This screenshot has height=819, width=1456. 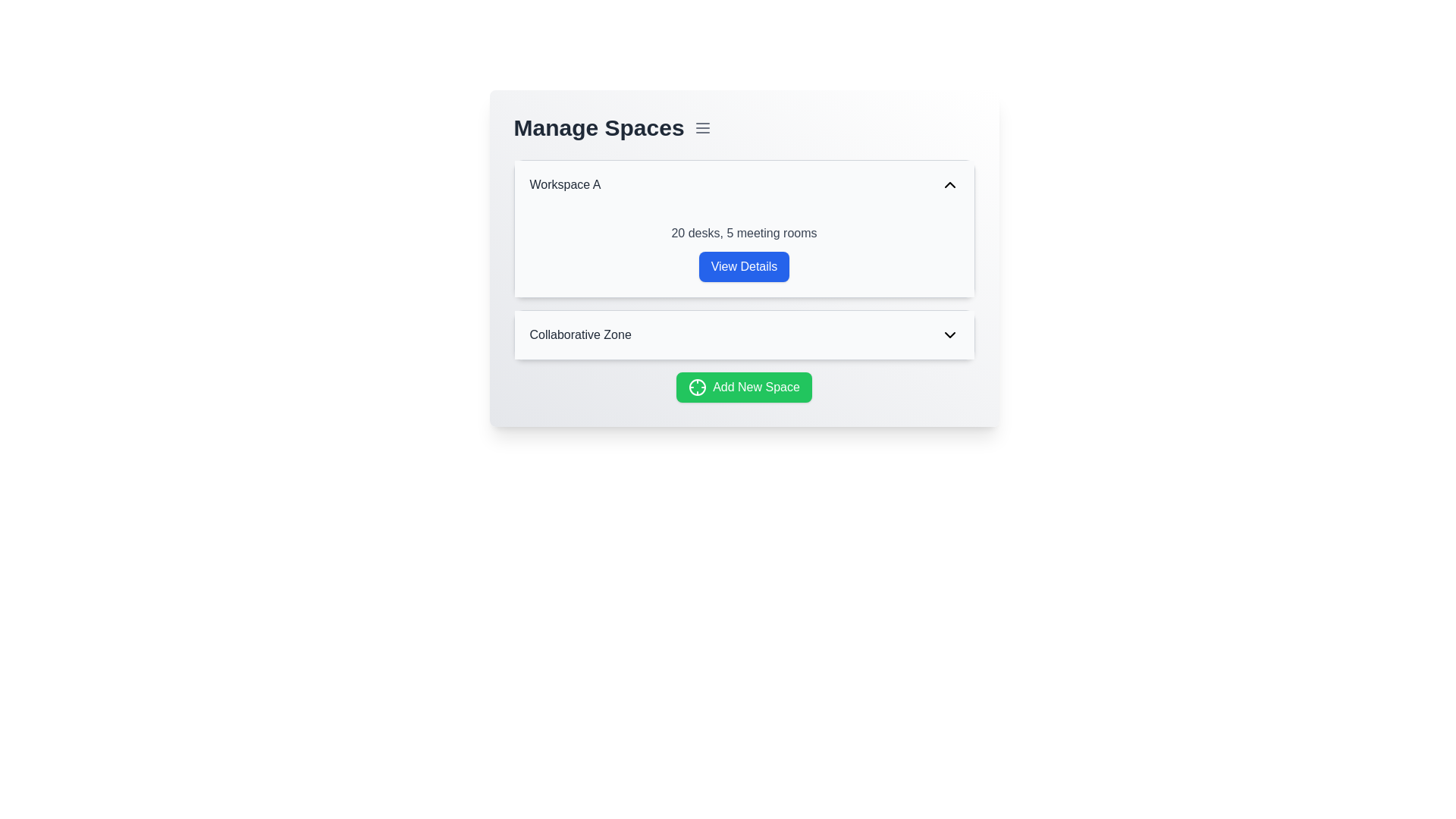 What do you see at coordinates (697, 386) in the screenshot?
I see `the central SVG circle graphic, which is the main component of a crosshair icon` at bounding box center [697, 386].